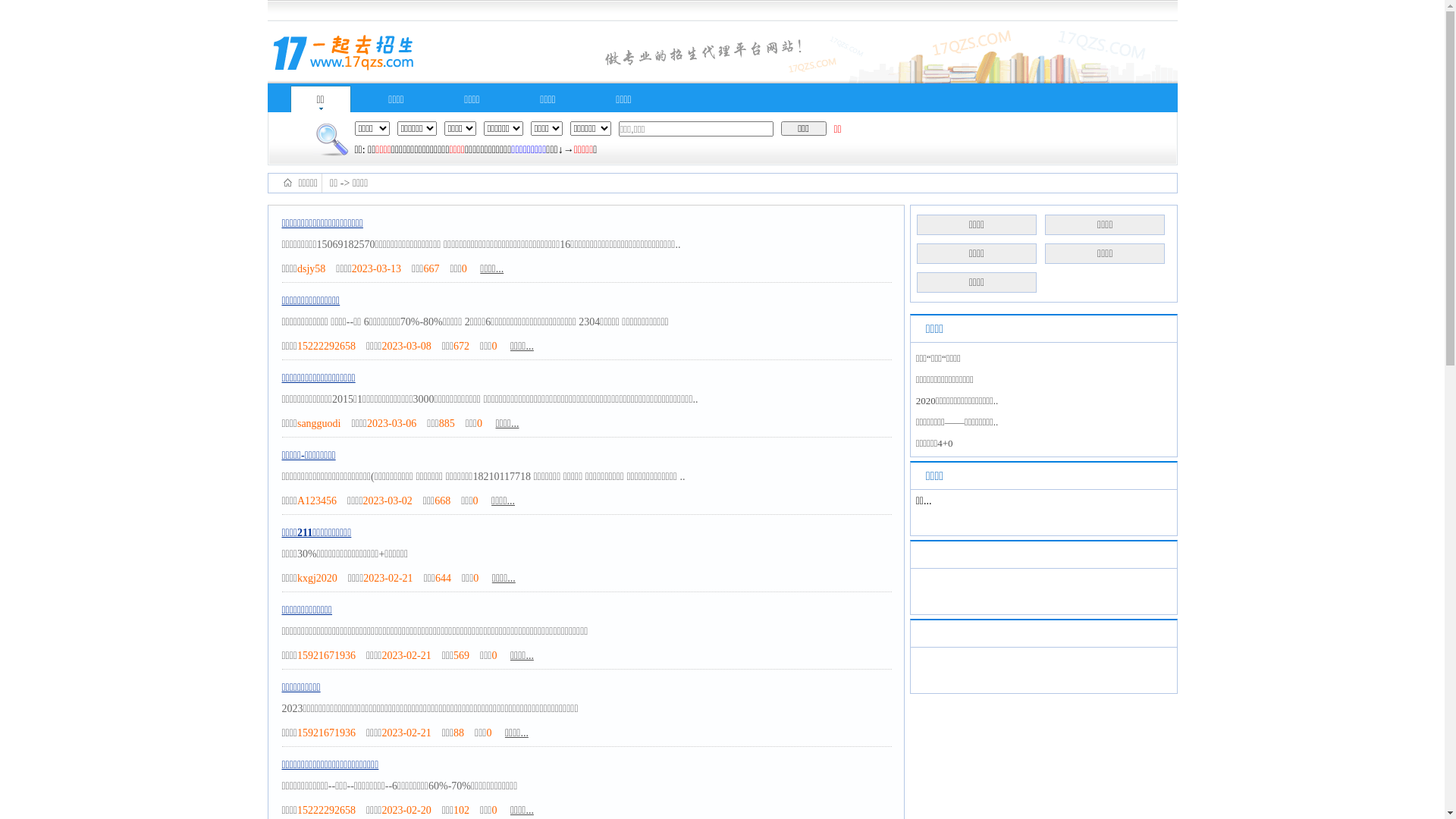  Describe the element at coordinates (460, 654) in the screenshot. I see `'569'` at that location.